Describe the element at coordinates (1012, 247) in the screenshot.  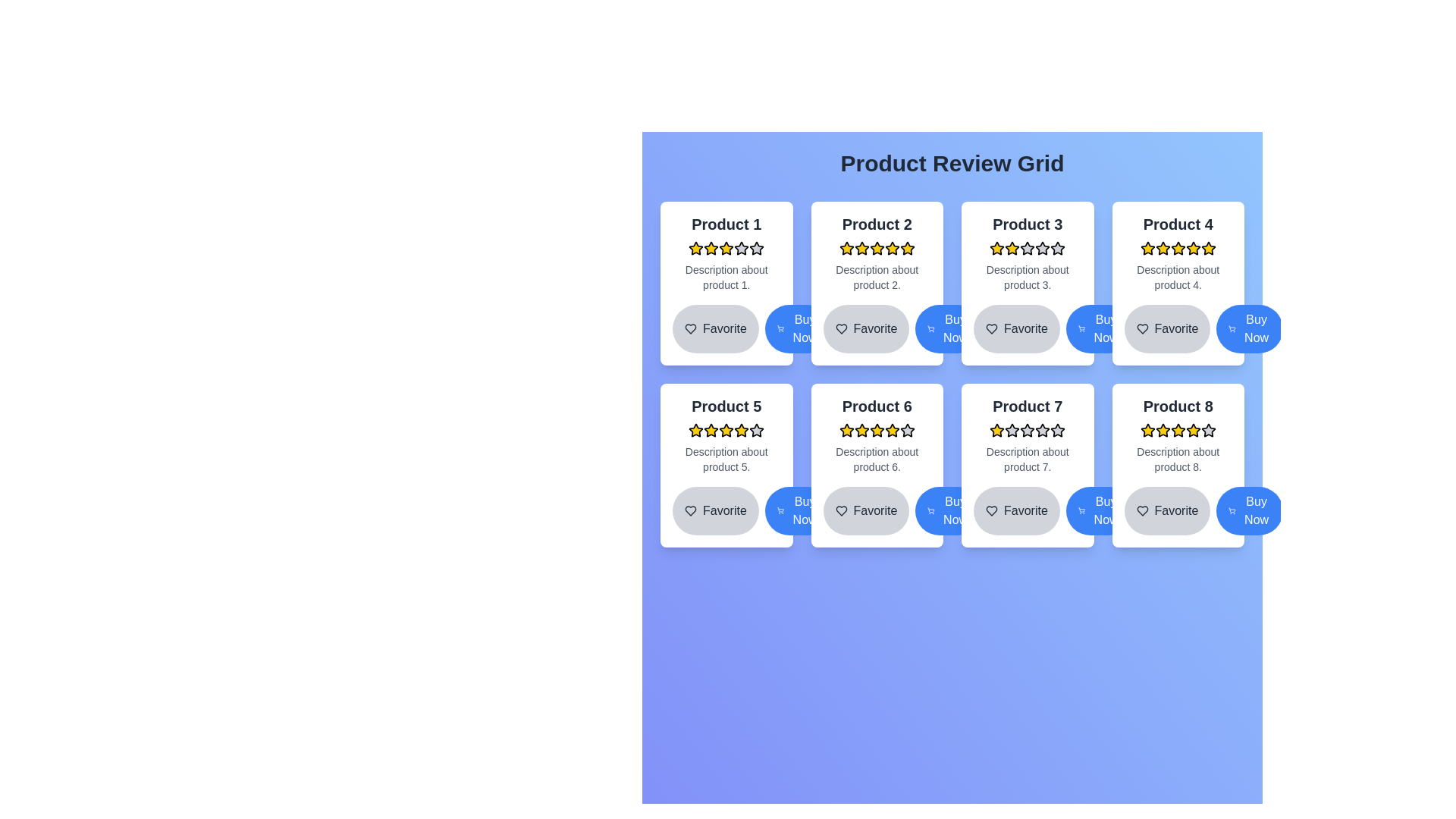
I see `the second star icon representing the rating for 'Product 3' located in the first row, third column of the product grid` at that location.